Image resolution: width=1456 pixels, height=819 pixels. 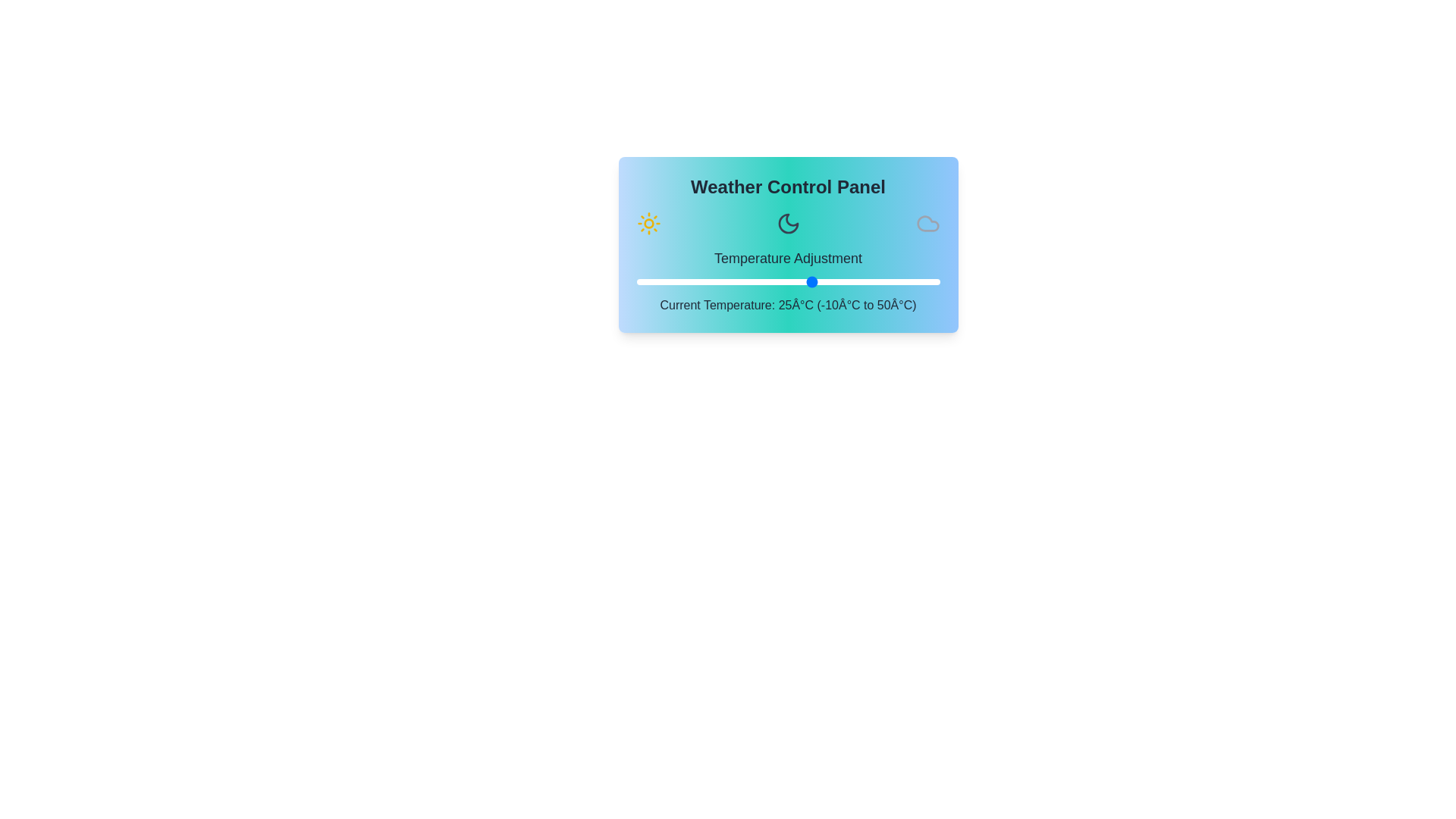 I want to click on the temperature to 40°C using the slider, so click(x=889, y=281).